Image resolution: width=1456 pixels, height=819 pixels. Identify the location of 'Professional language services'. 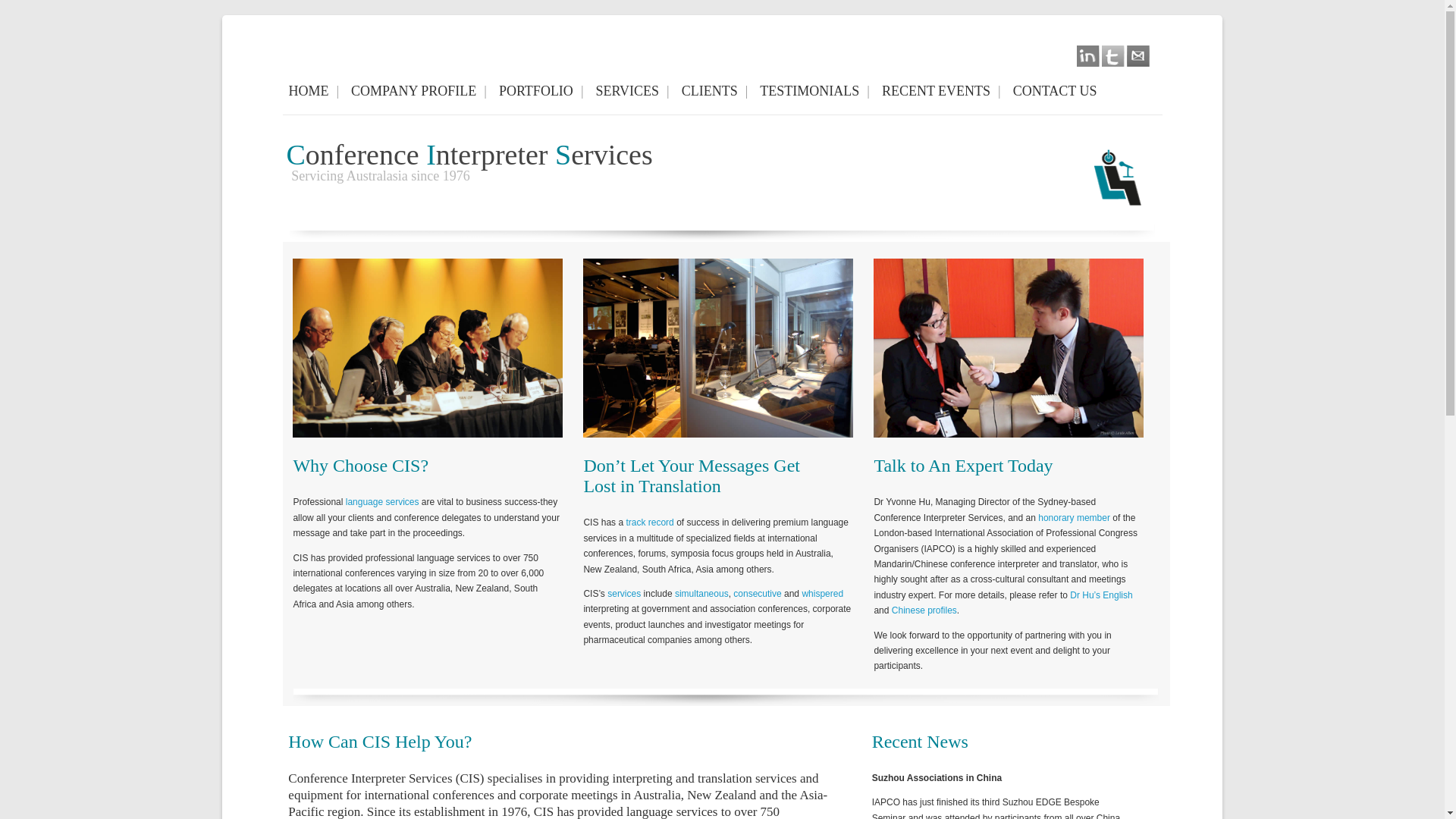
(292, 348).